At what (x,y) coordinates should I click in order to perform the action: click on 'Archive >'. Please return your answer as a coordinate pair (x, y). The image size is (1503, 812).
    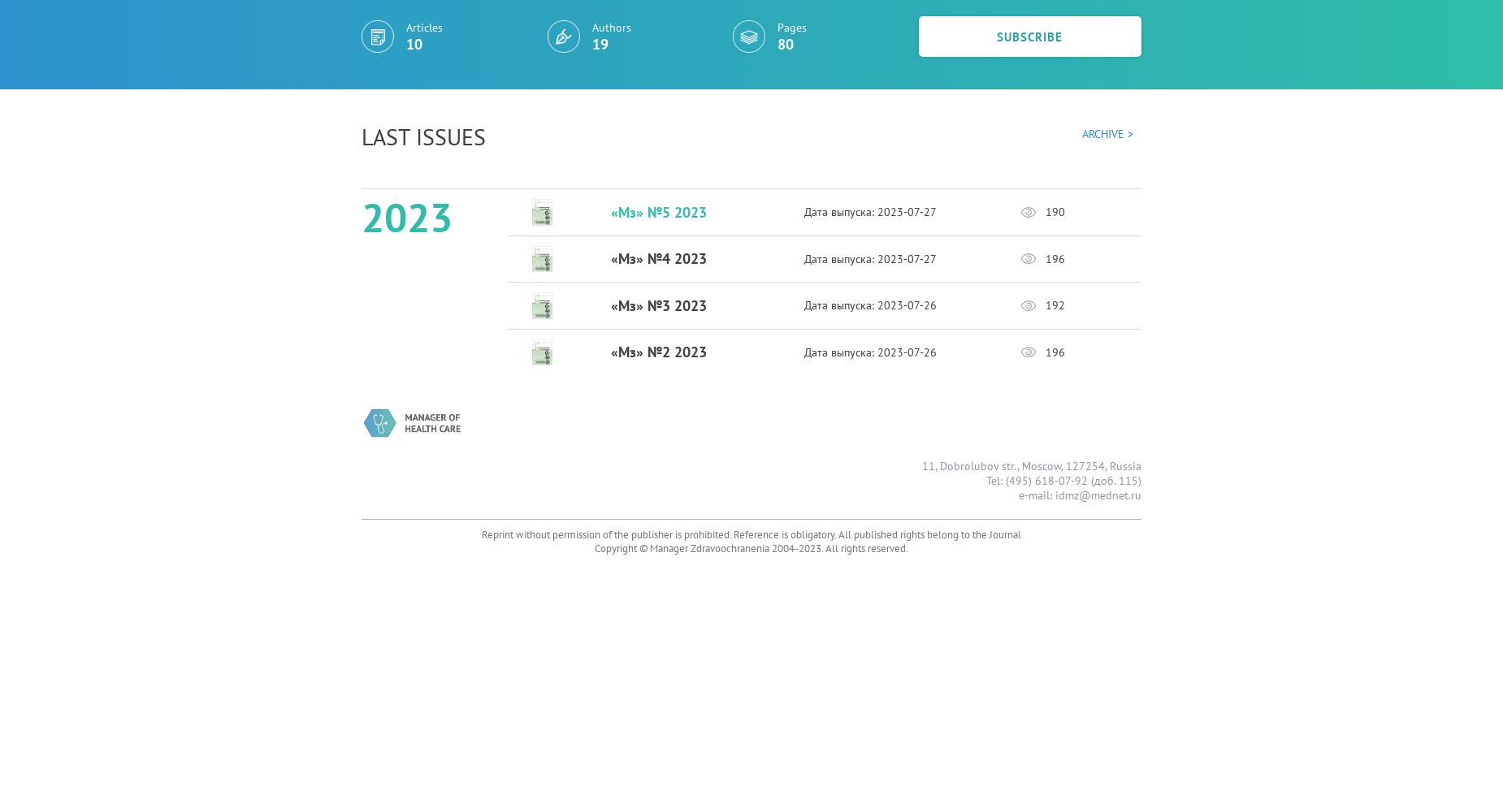
    Looking at the image, I should click on (1107, 134).